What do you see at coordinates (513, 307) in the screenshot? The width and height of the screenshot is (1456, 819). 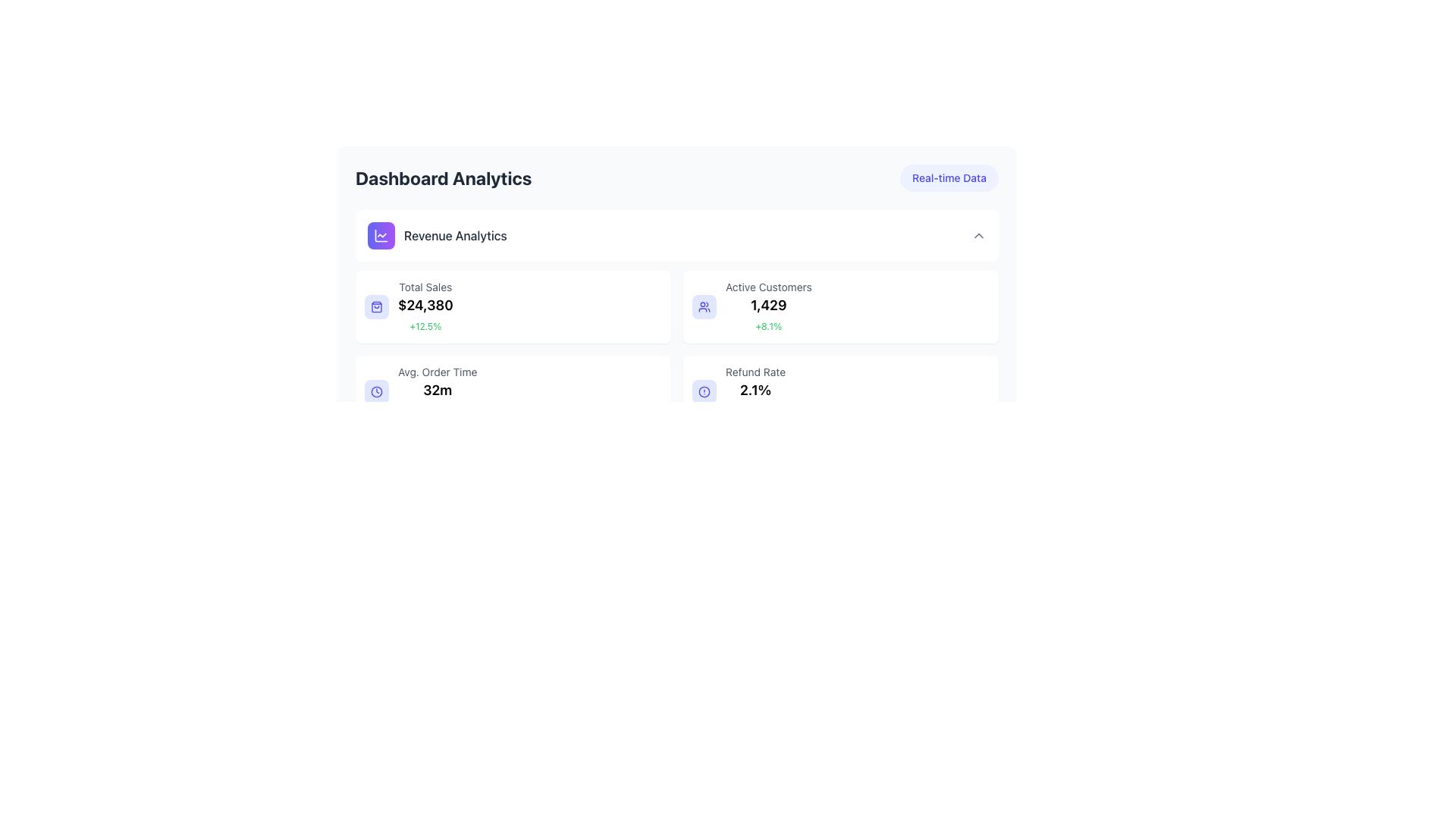 I see `the first card in the top-left quadrant displaying sales metrics to potentially view additional information` at bounding box center [513, 307].